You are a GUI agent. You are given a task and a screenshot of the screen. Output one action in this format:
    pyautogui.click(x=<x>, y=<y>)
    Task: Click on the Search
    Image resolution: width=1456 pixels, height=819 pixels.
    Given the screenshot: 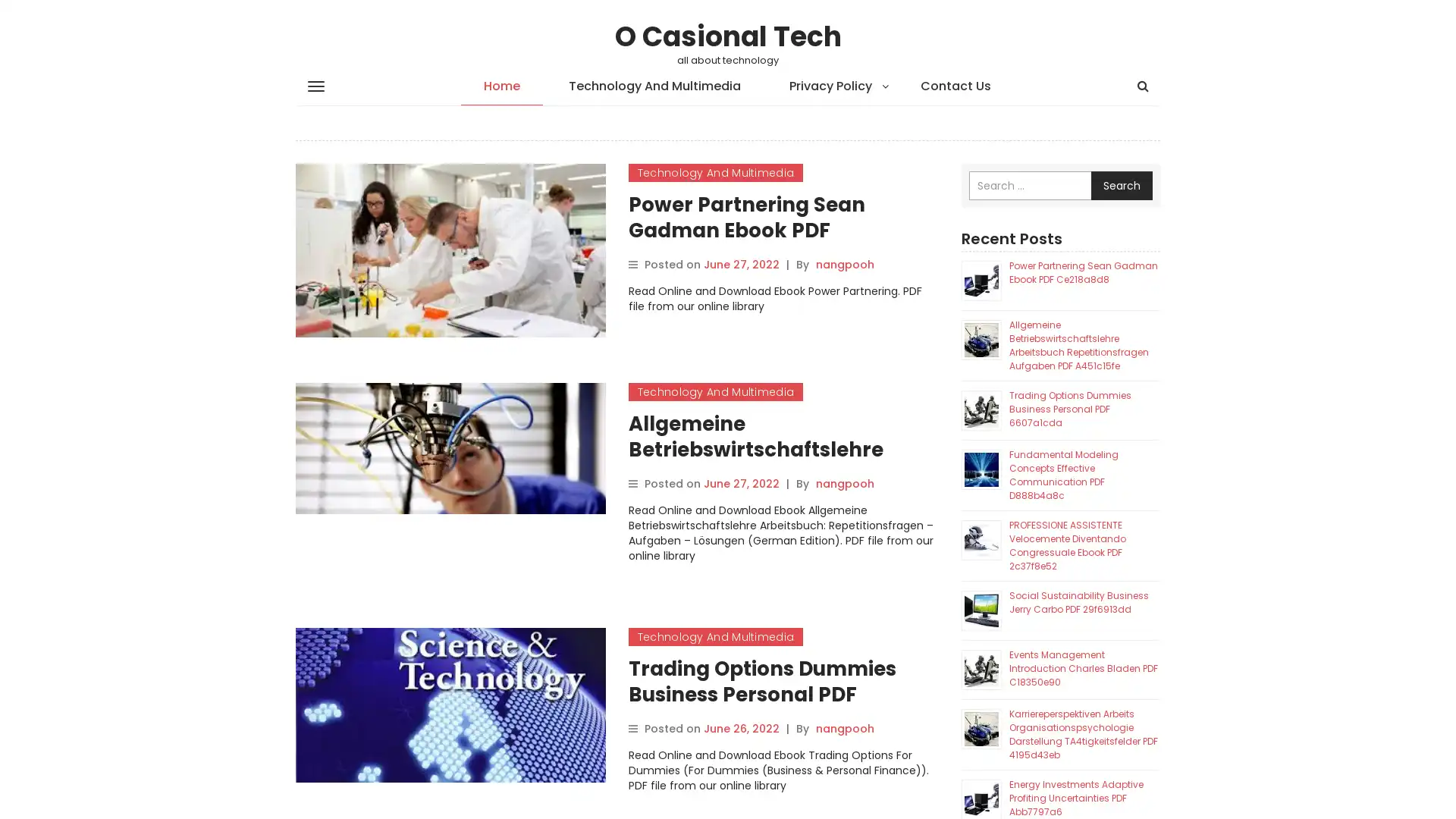 What is the action you would take?
    pyautogui.click(x=1122, y=185)
    